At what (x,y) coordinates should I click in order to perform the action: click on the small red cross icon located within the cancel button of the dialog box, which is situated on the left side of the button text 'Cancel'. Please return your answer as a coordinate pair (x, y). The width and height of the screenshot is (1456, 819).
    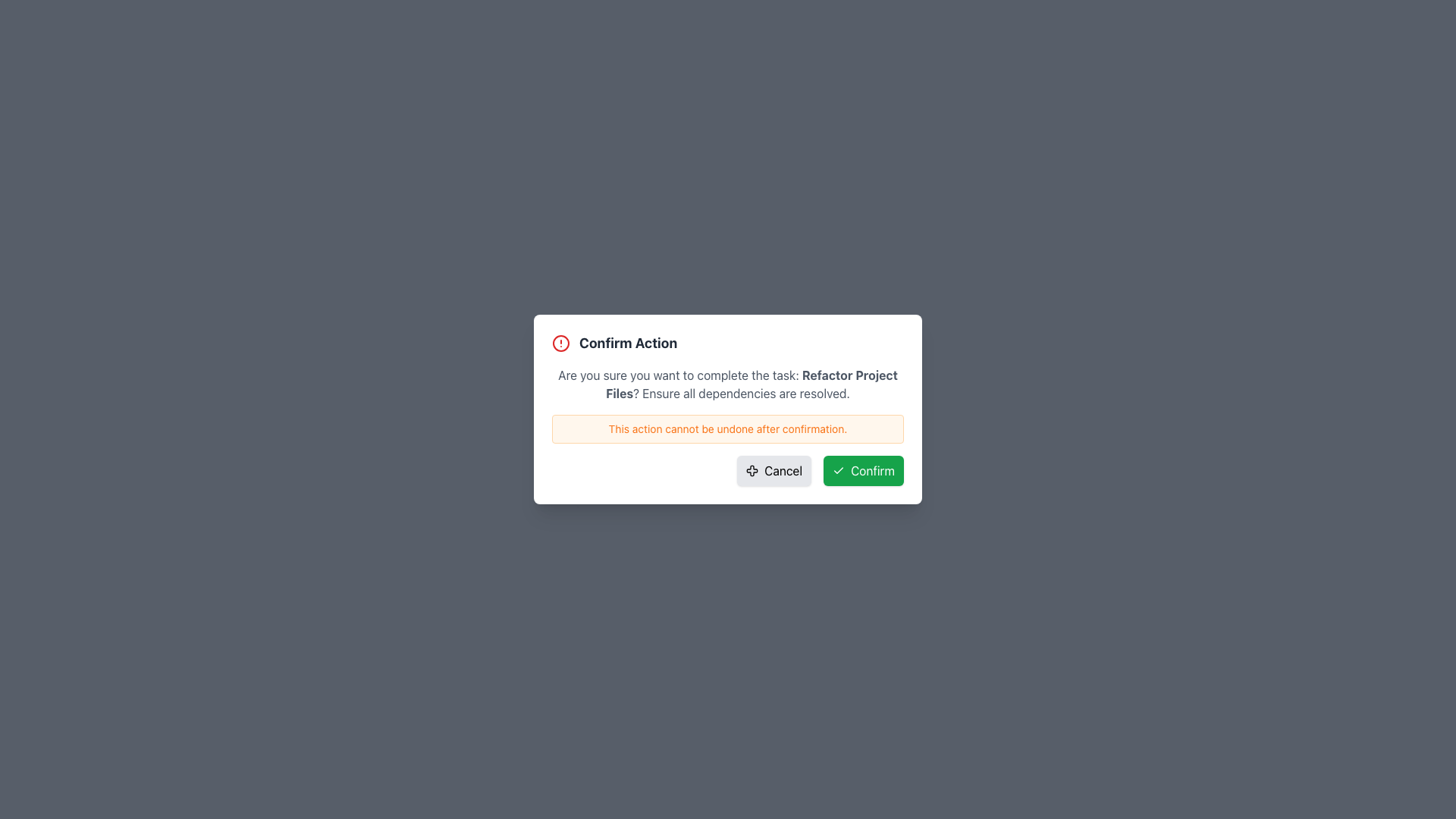
    Looking at the image, I should click on (752, 470).